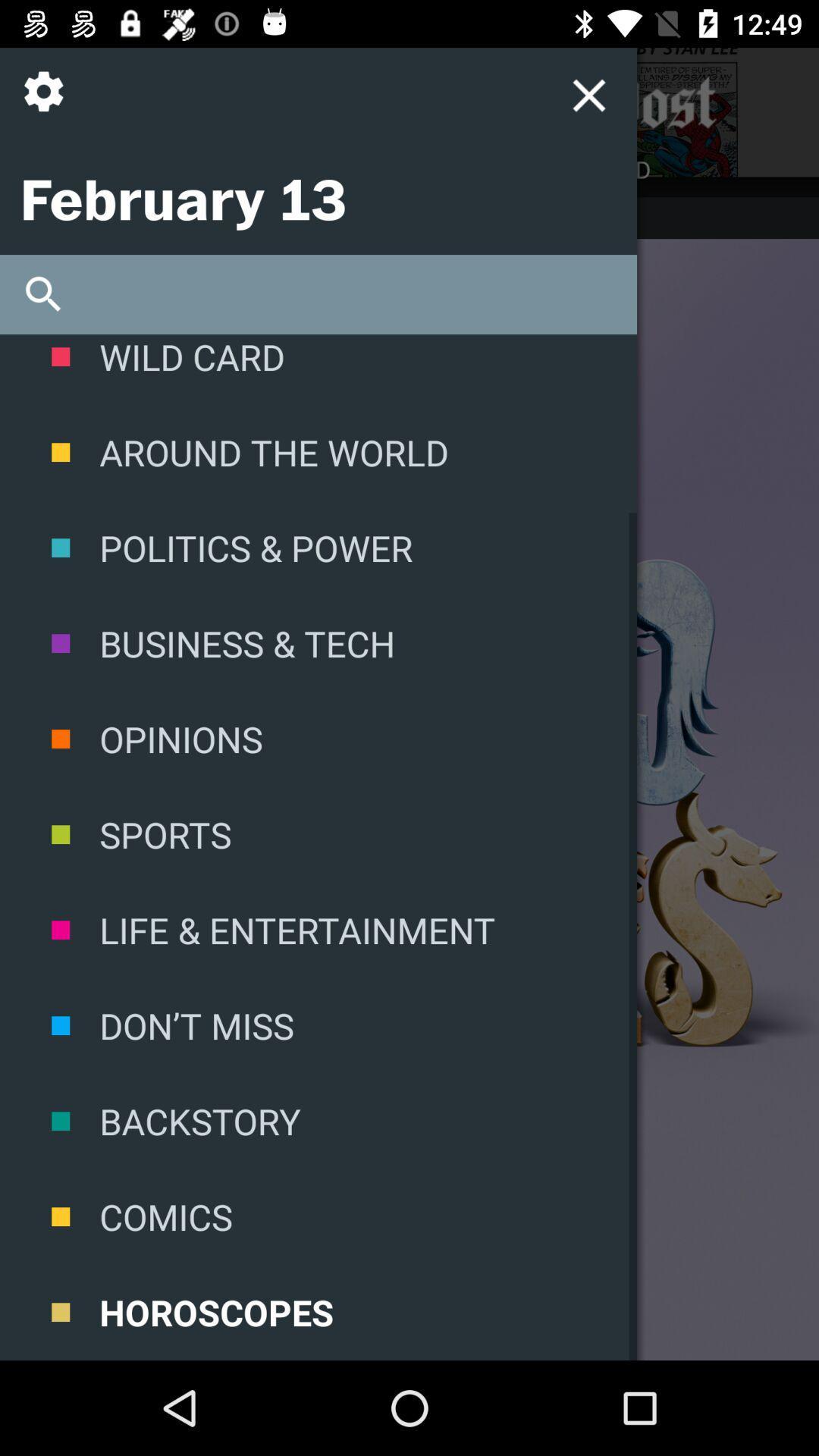 The width and height of the screenshot is (819, 1456). Describe the element at coordinates (318, 369) in the screenshot. I see `the wild card item` at that location.